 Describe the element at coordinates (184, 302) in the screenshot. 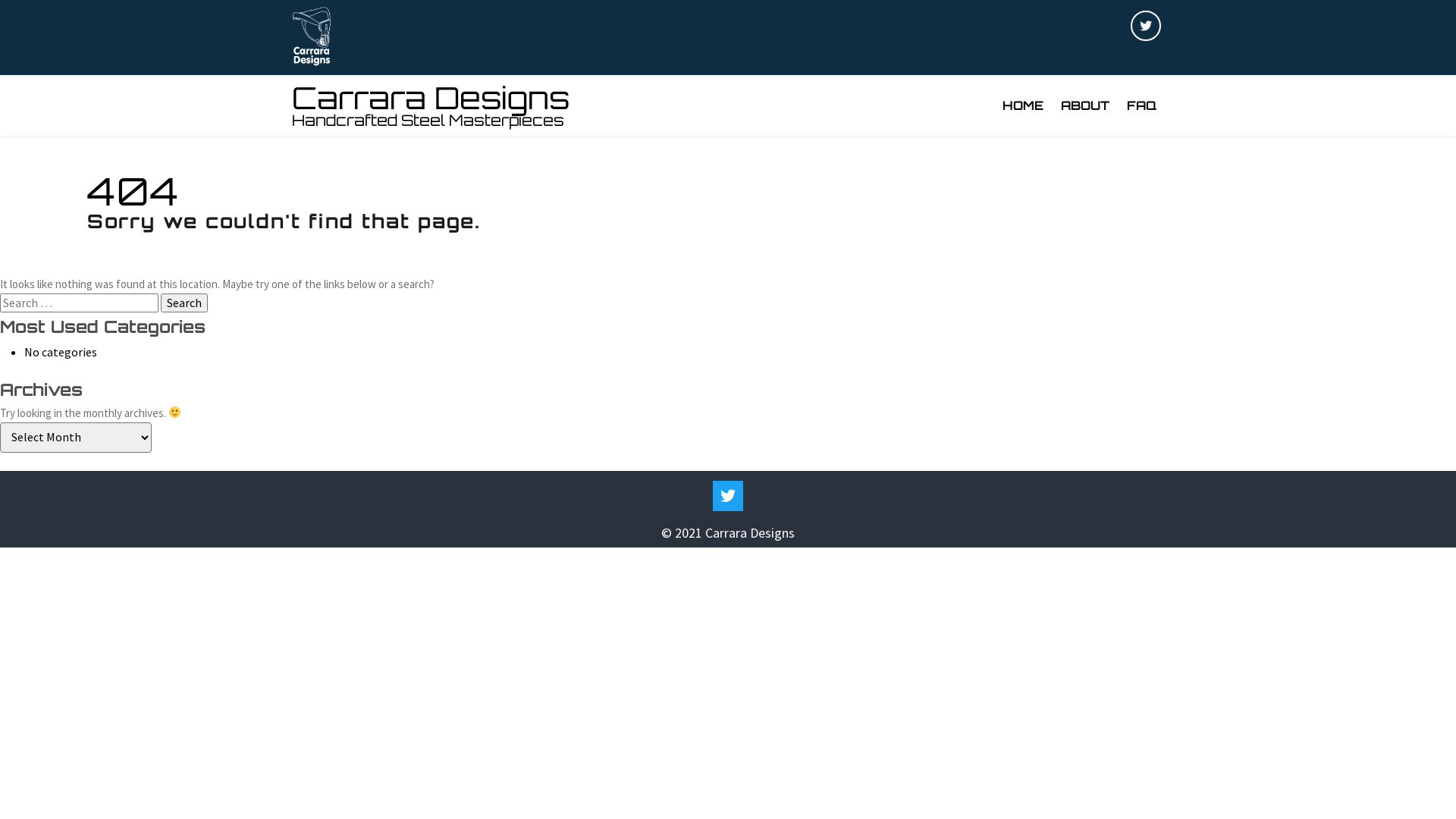

I see `'Search'` at that location.